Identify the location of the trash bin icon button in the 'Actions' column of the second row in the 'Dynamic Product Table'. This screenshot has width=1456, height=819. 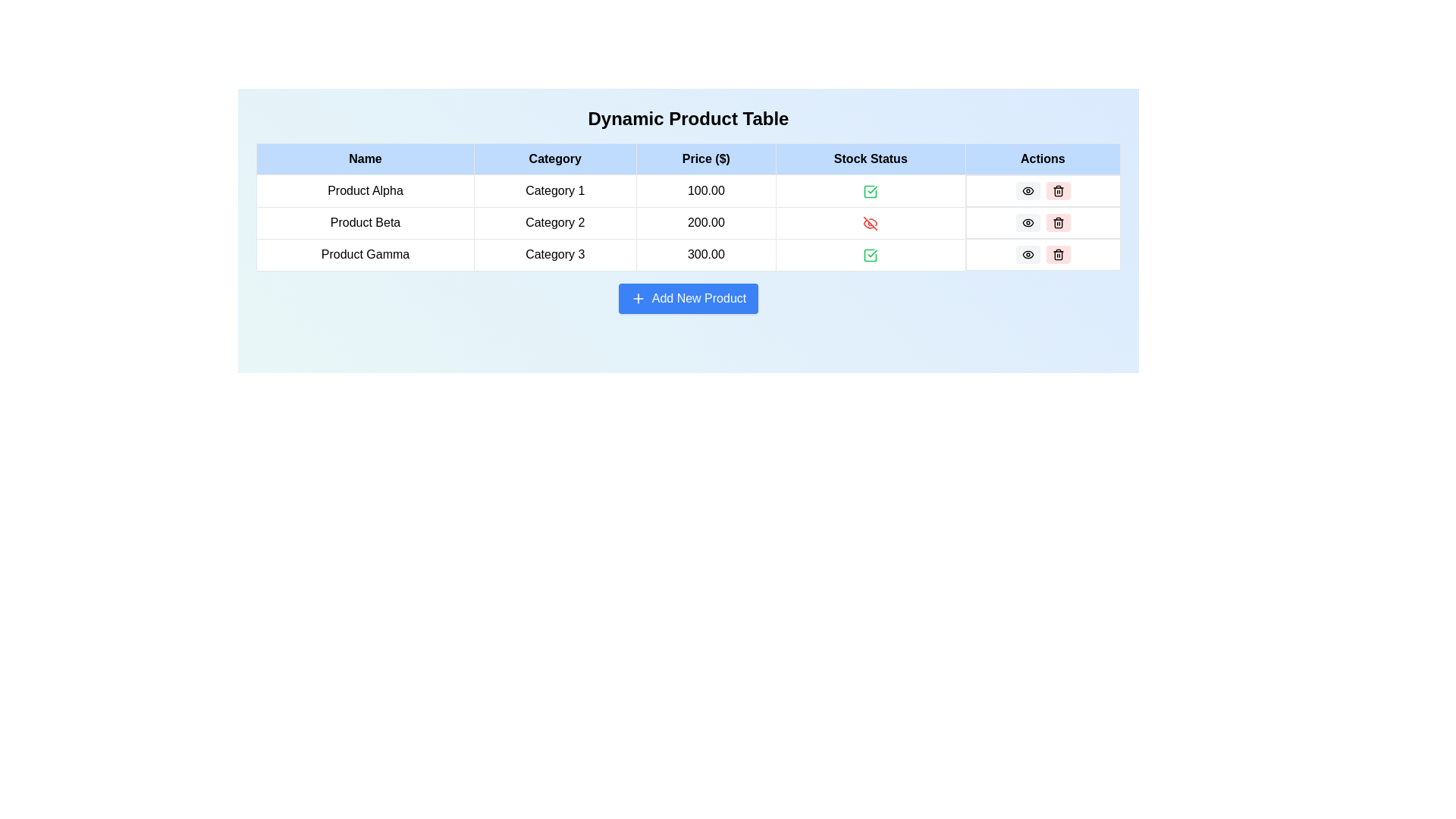
(1057, 222).